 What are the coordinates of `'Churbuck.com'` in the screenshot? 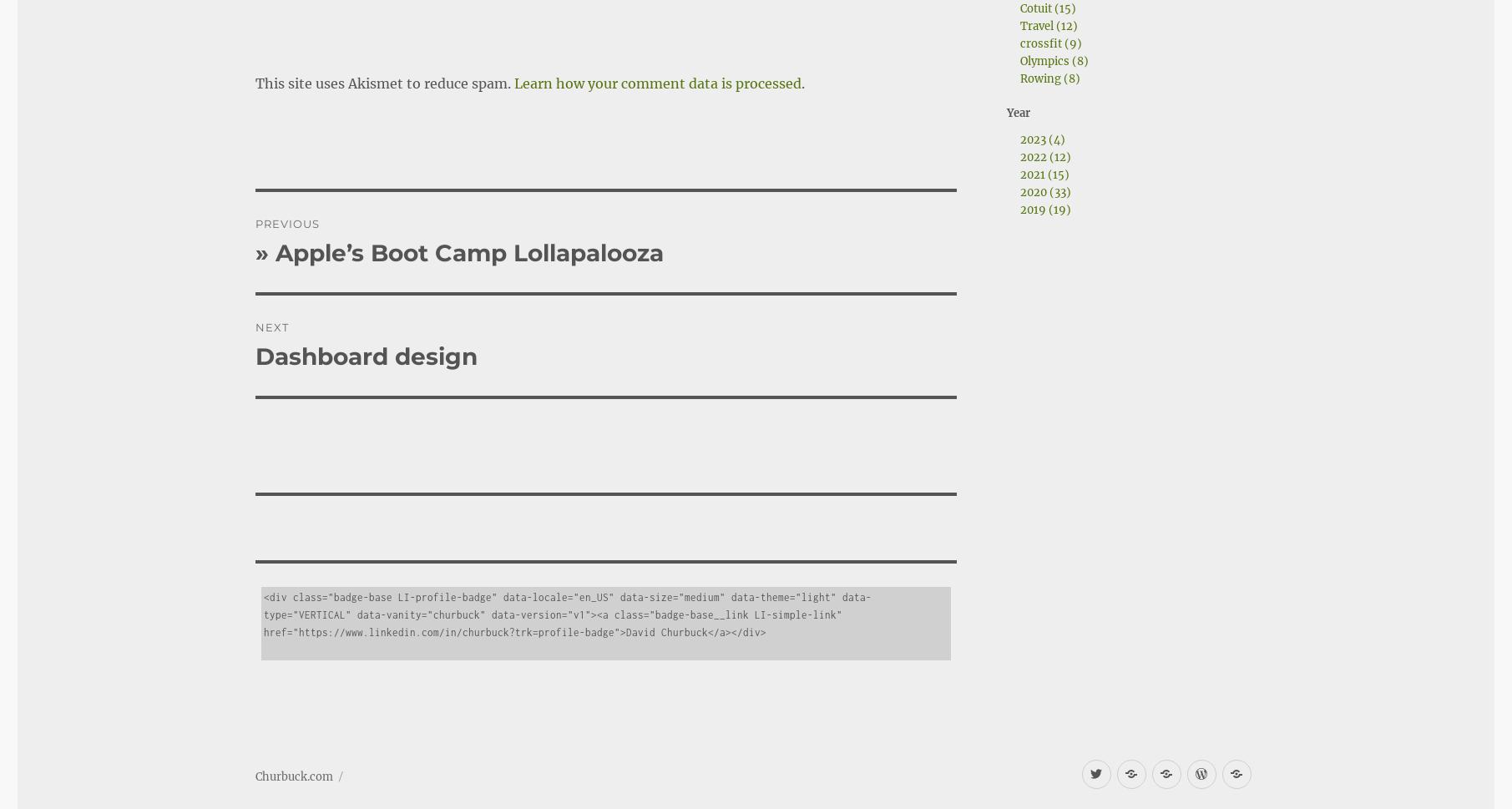 It's located at (292, 730).